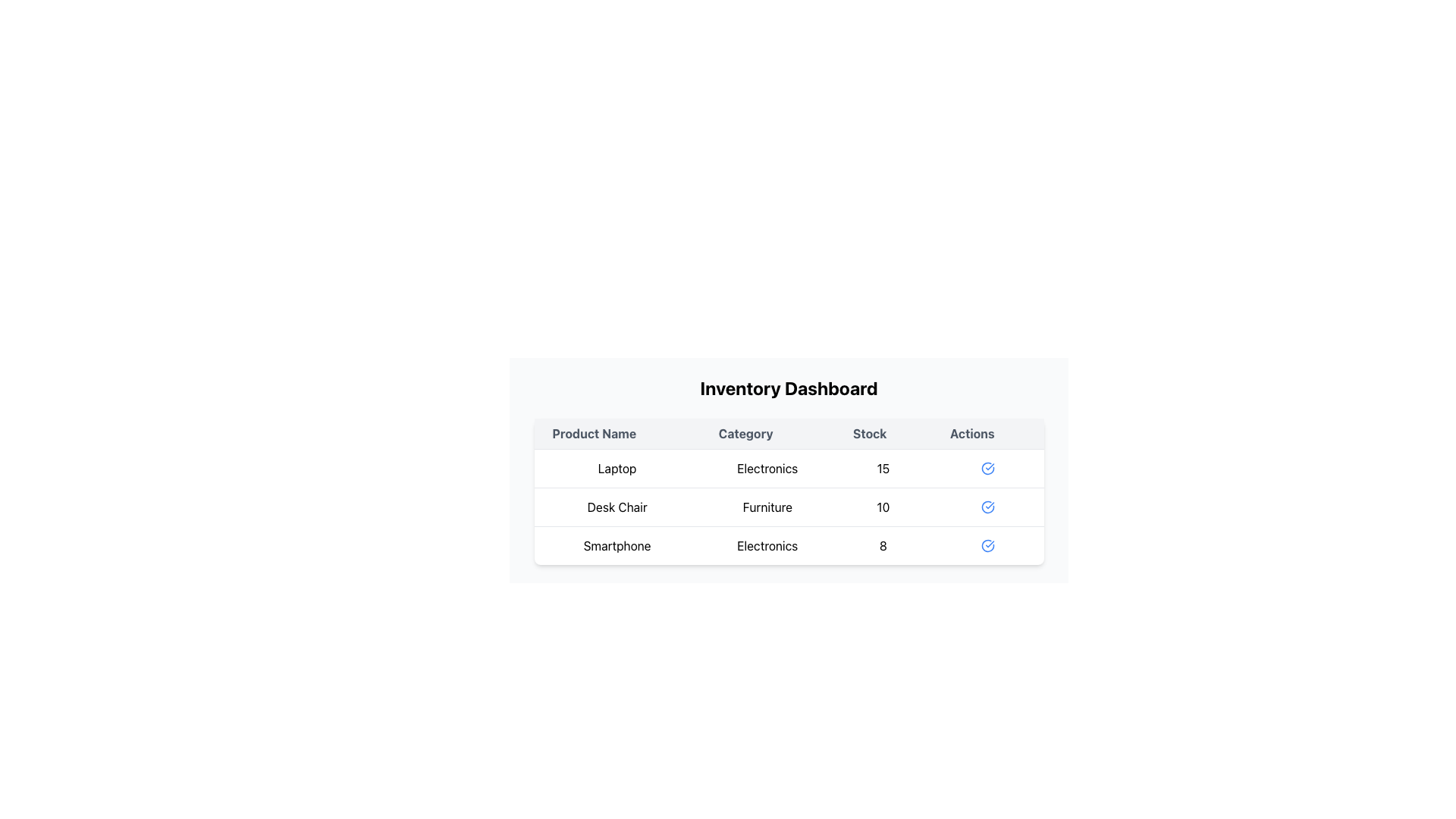 The height and width of the screenshot is (819, 1456). I want to click on the static text element displaying the number '15' in the 'Stock' column of the first row of the table, so click(883, 467).